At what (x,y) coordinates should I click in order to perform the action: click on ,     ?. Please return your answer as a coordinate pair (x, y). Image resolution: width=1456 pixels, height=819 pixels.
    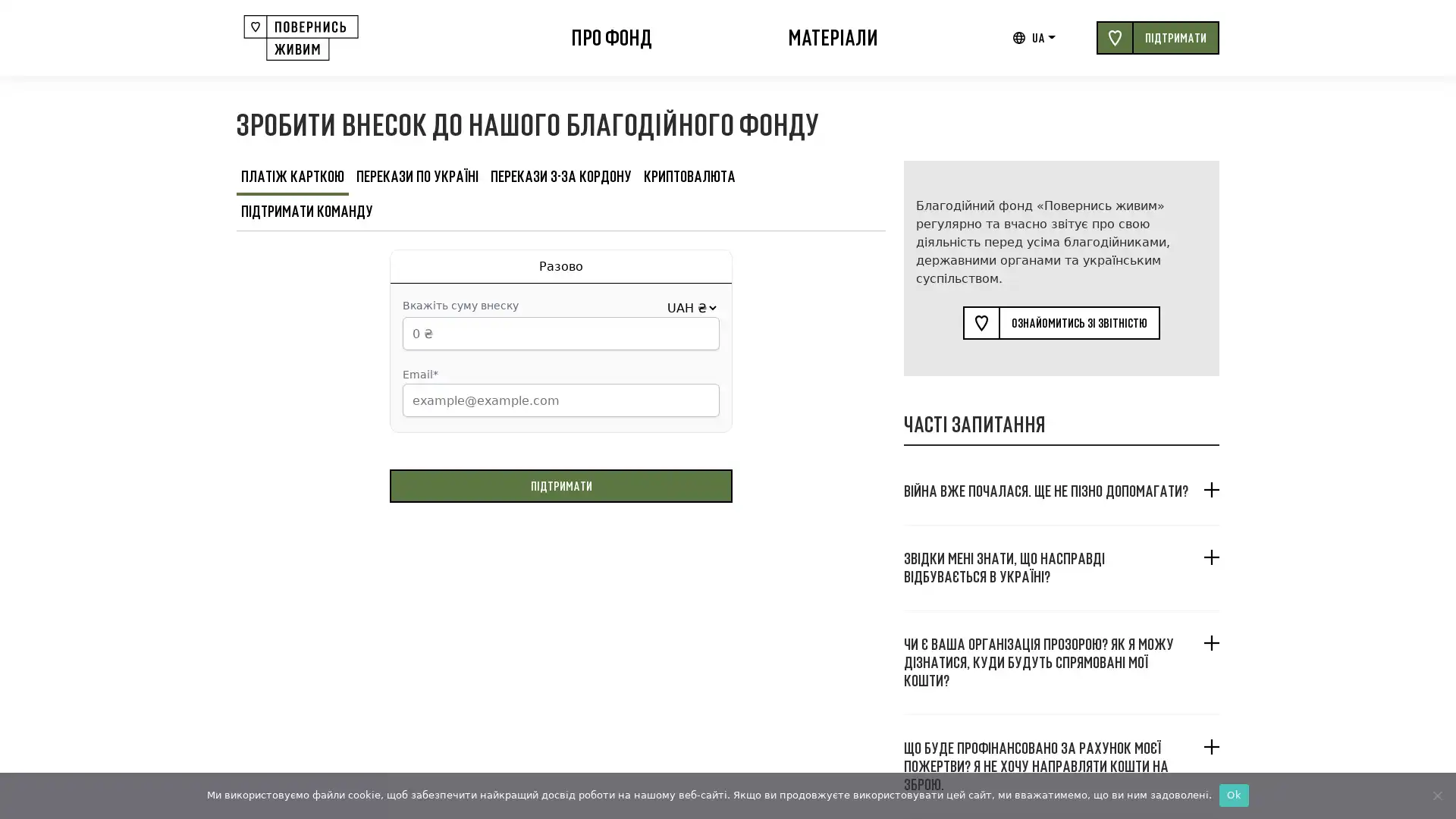
    Looking at the image, I should click on (1061, 567).